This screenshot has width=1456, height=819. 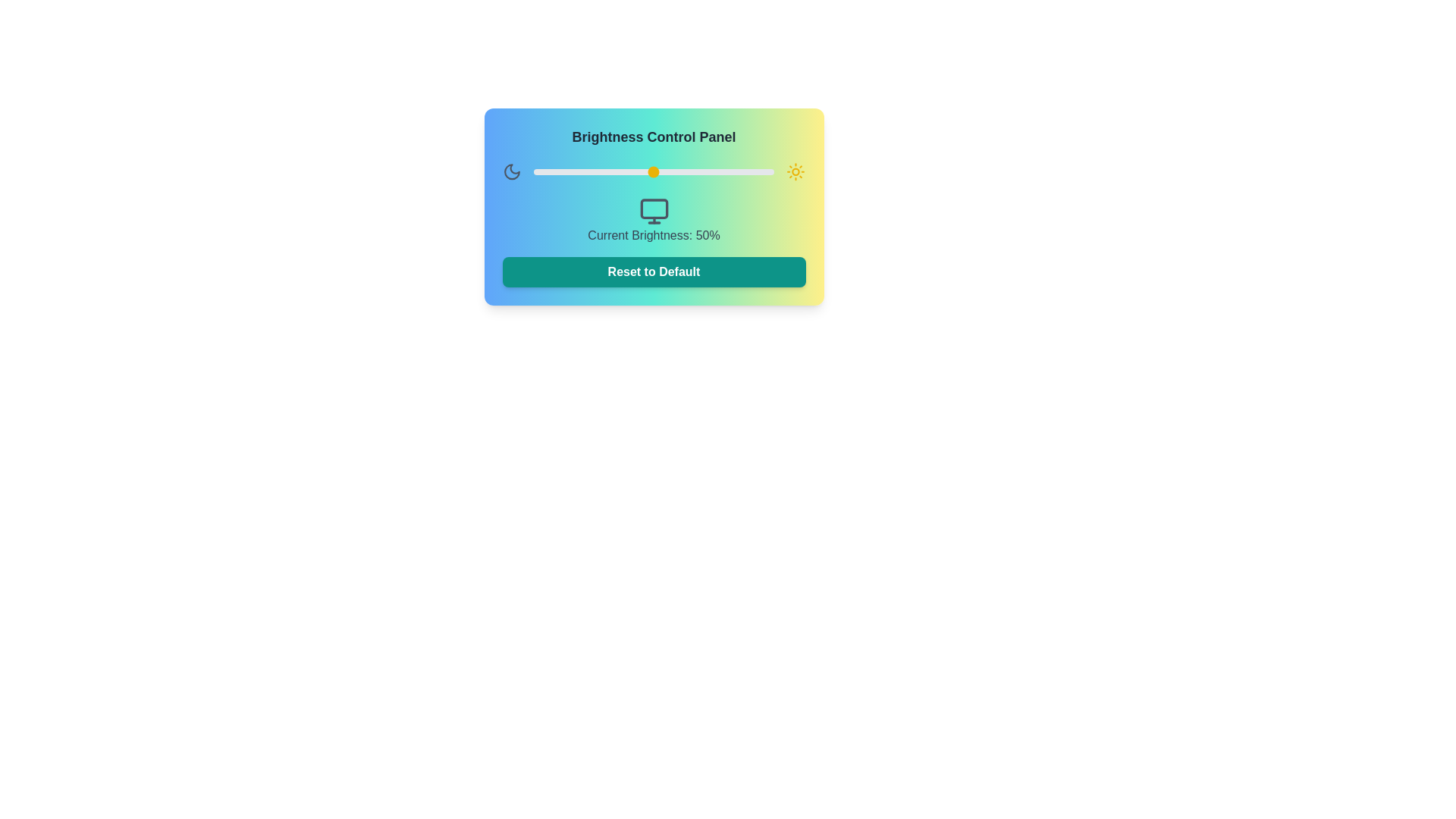 What do you see at coordinates (512, 171) in the screenshot?
I see `the crescent moon icon located in the upper-left region of the Brightness Control Panel interface` at bounding box center [512, 171].